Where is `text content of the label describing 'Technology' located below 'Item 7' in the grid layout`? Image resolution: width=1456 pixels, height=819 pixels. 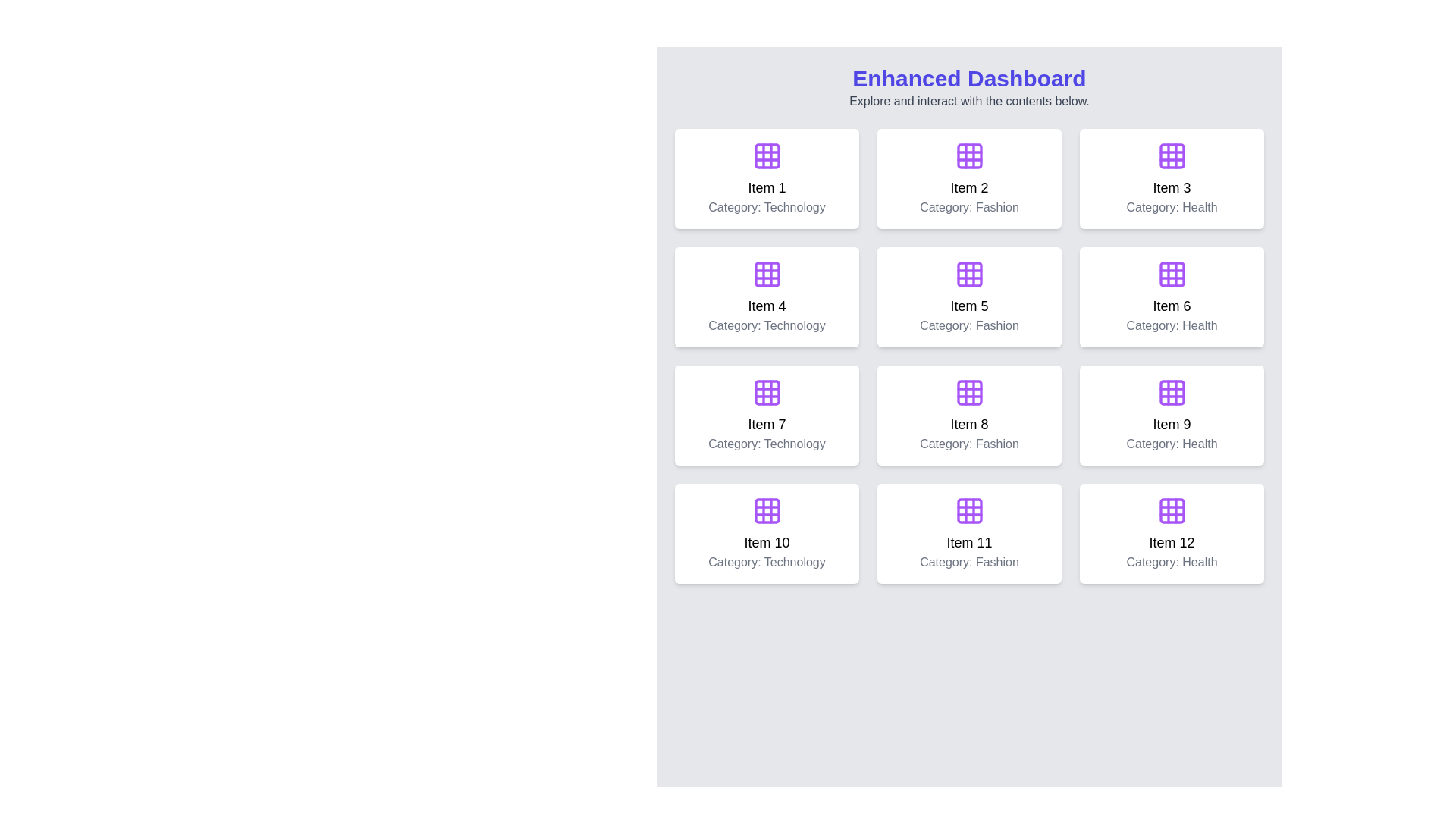 text content of the label describing 'Technology' located below 'Item 7' in the grid layout is located at coordinates (767, 444).